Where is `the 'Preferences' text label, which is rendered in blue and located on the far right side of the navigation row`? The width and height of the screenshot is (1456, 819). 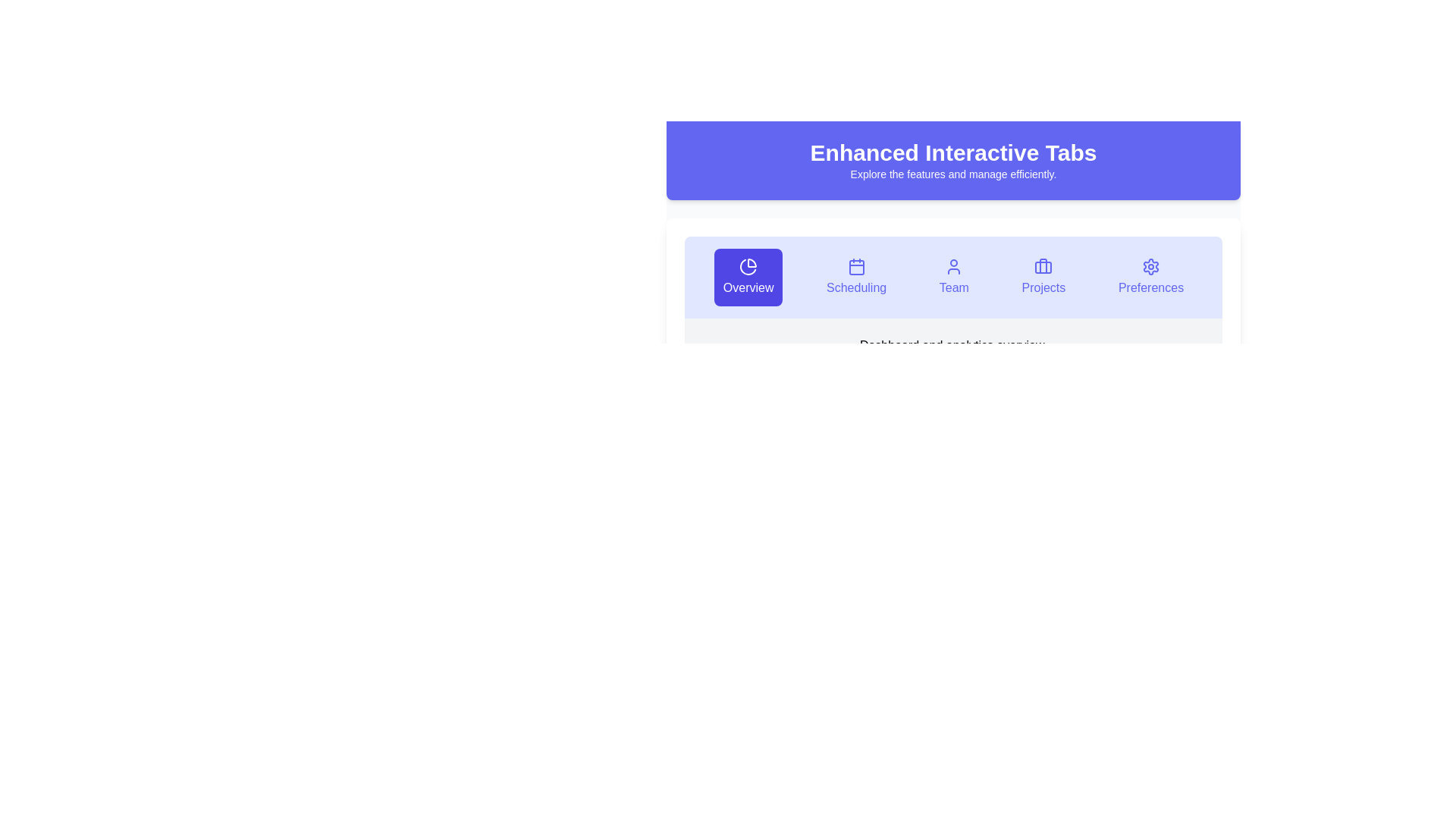
the 'Preferences' text label, which is rendered in blue and located on the far right side of the navigation row is located at coordinates (1150, 288).